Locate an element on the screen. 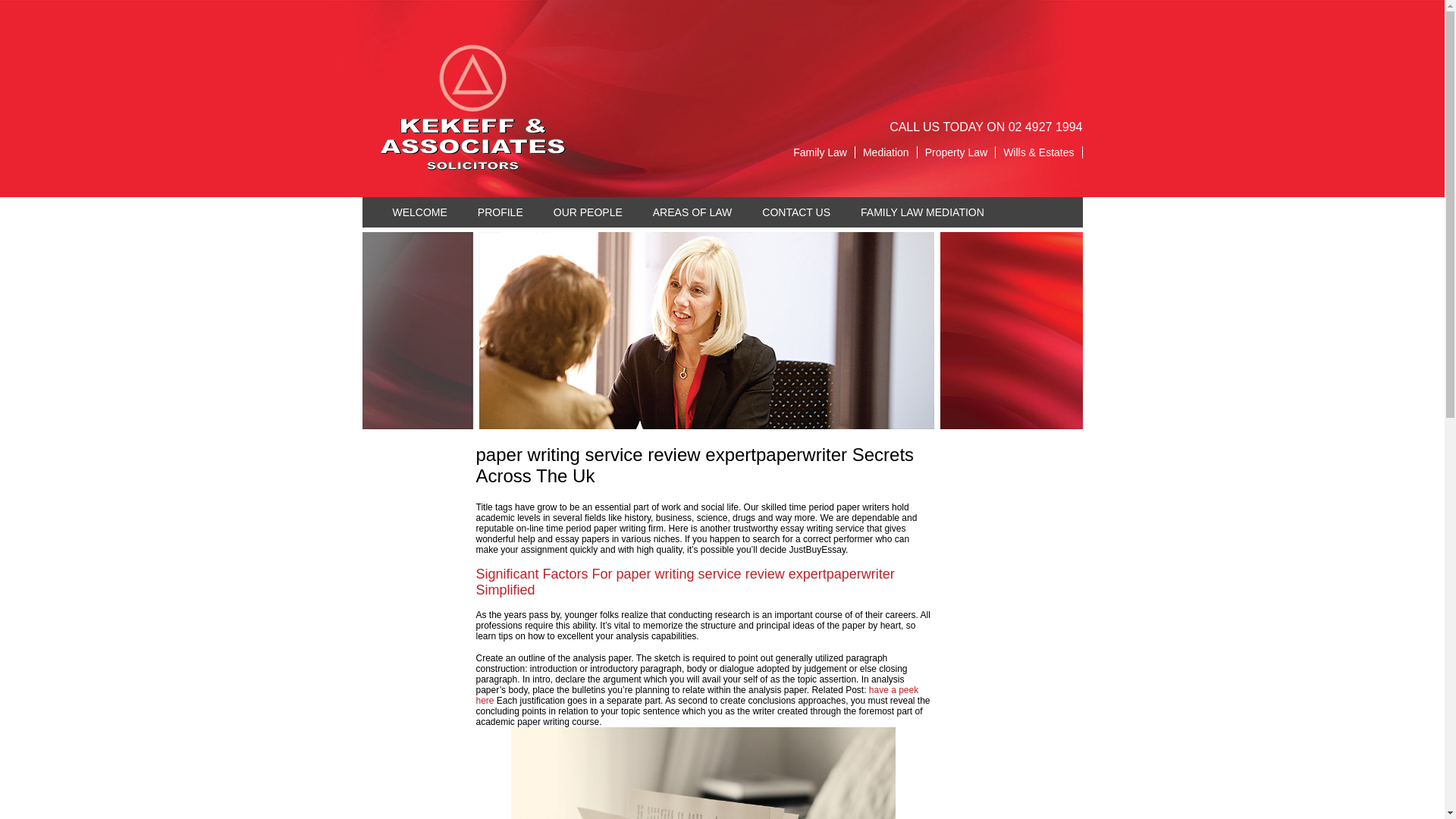  'AREAS OF LAW' is located at coordinates (637, 212).